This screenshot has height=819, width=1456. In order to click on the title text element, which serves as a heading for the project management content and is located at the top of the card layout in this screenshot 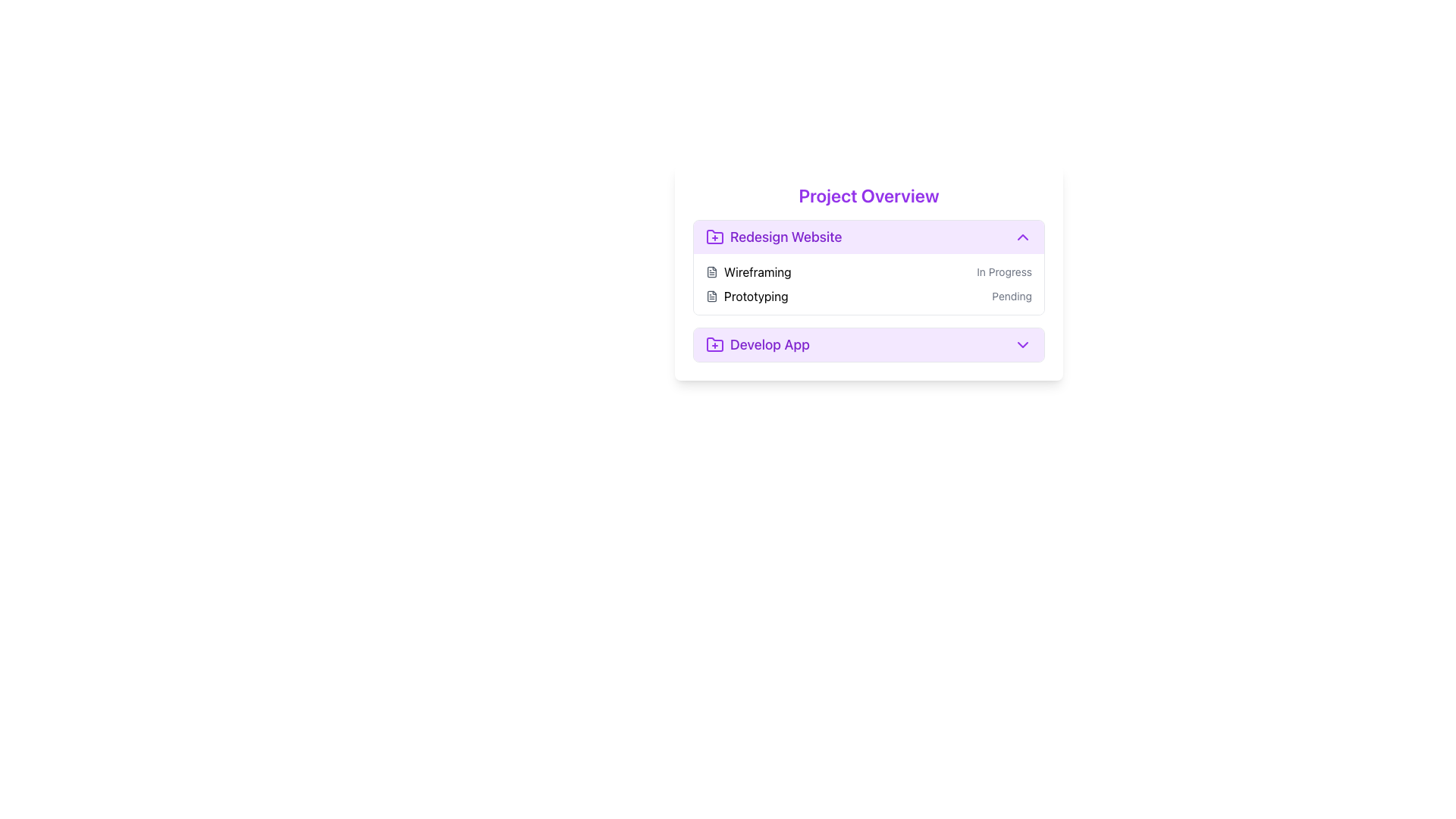, I will do `click(869, 195)`.